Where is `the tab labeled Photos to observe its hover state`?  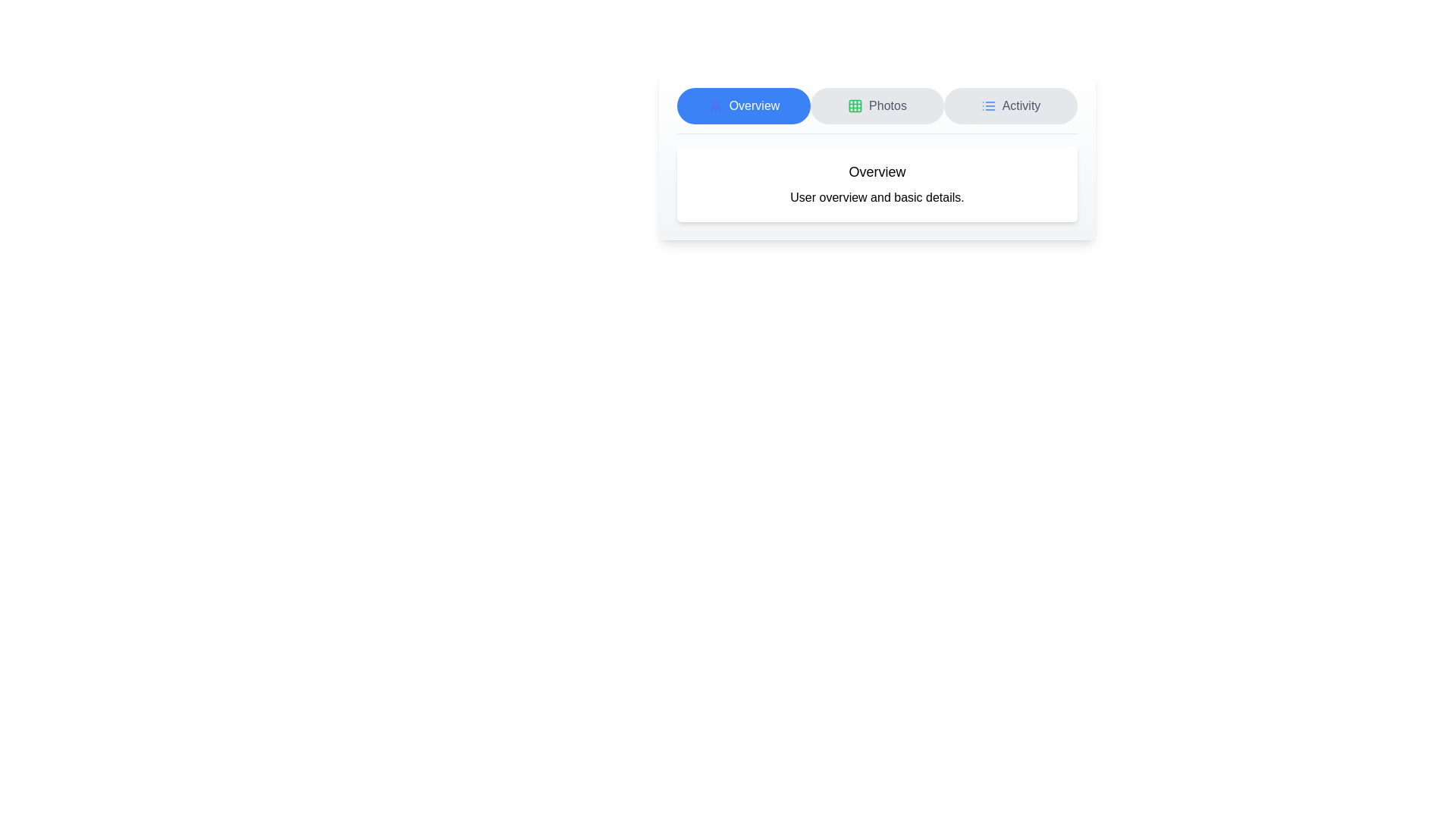 the tab labeled Photos to observe its hover state is located at coordinates (877, 105).